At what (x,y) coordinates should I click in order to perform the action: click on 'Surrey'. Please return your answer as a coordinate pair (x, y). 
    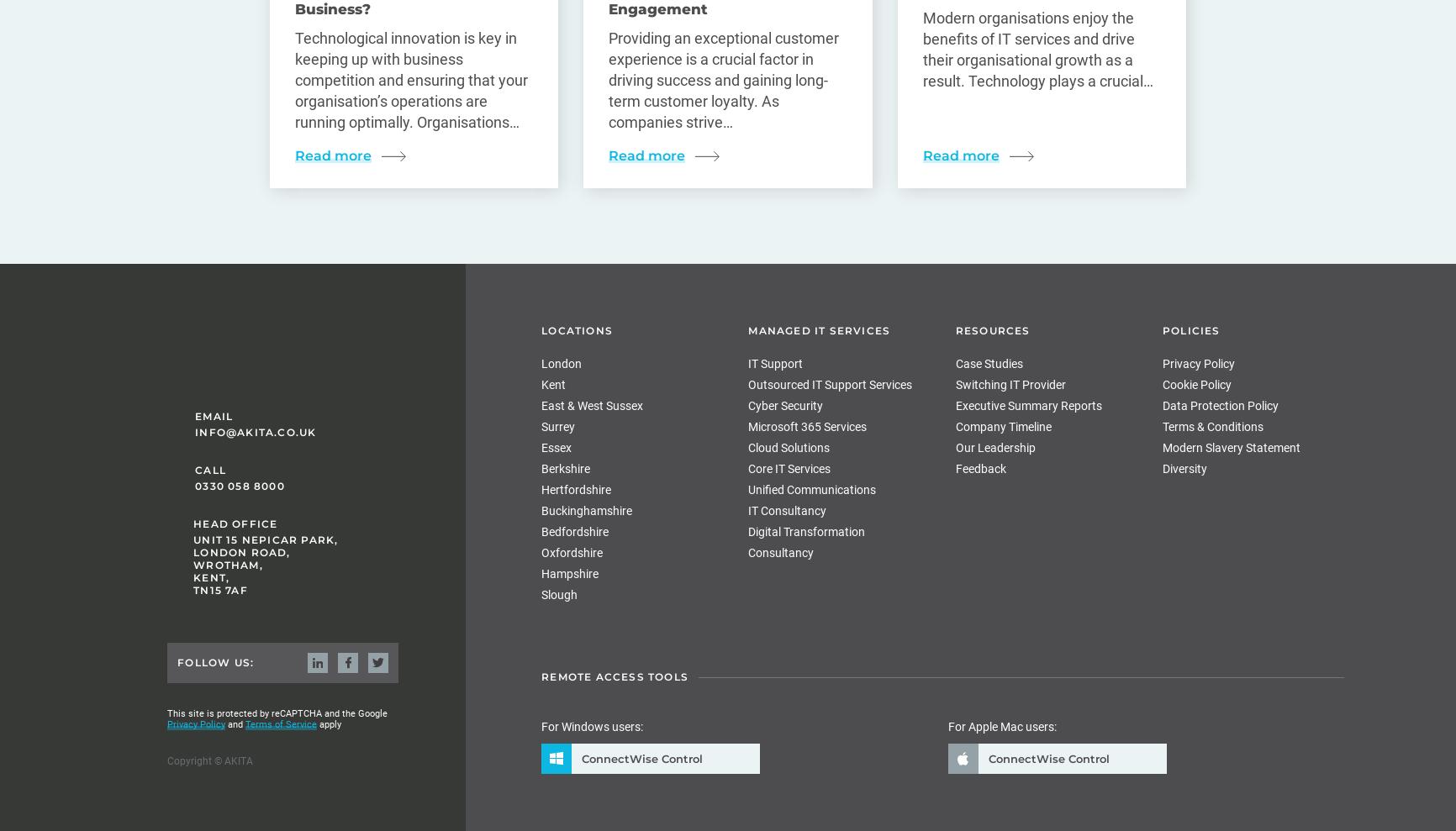
    Looking at the image, I should click on (557, 427).